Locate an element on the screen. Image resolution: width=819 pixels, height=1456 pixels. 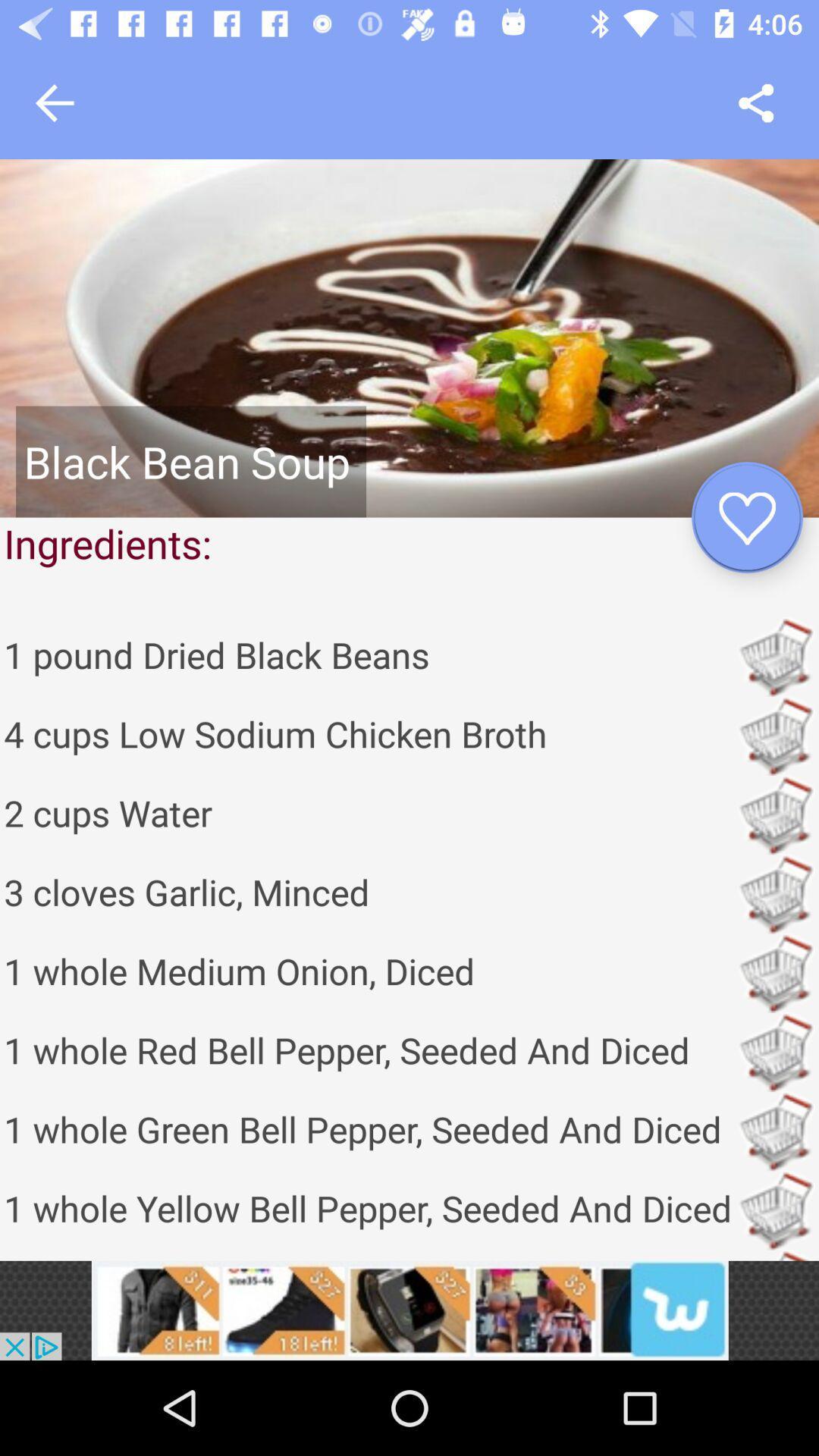
share this recipe is located at coordinates (756, 102).